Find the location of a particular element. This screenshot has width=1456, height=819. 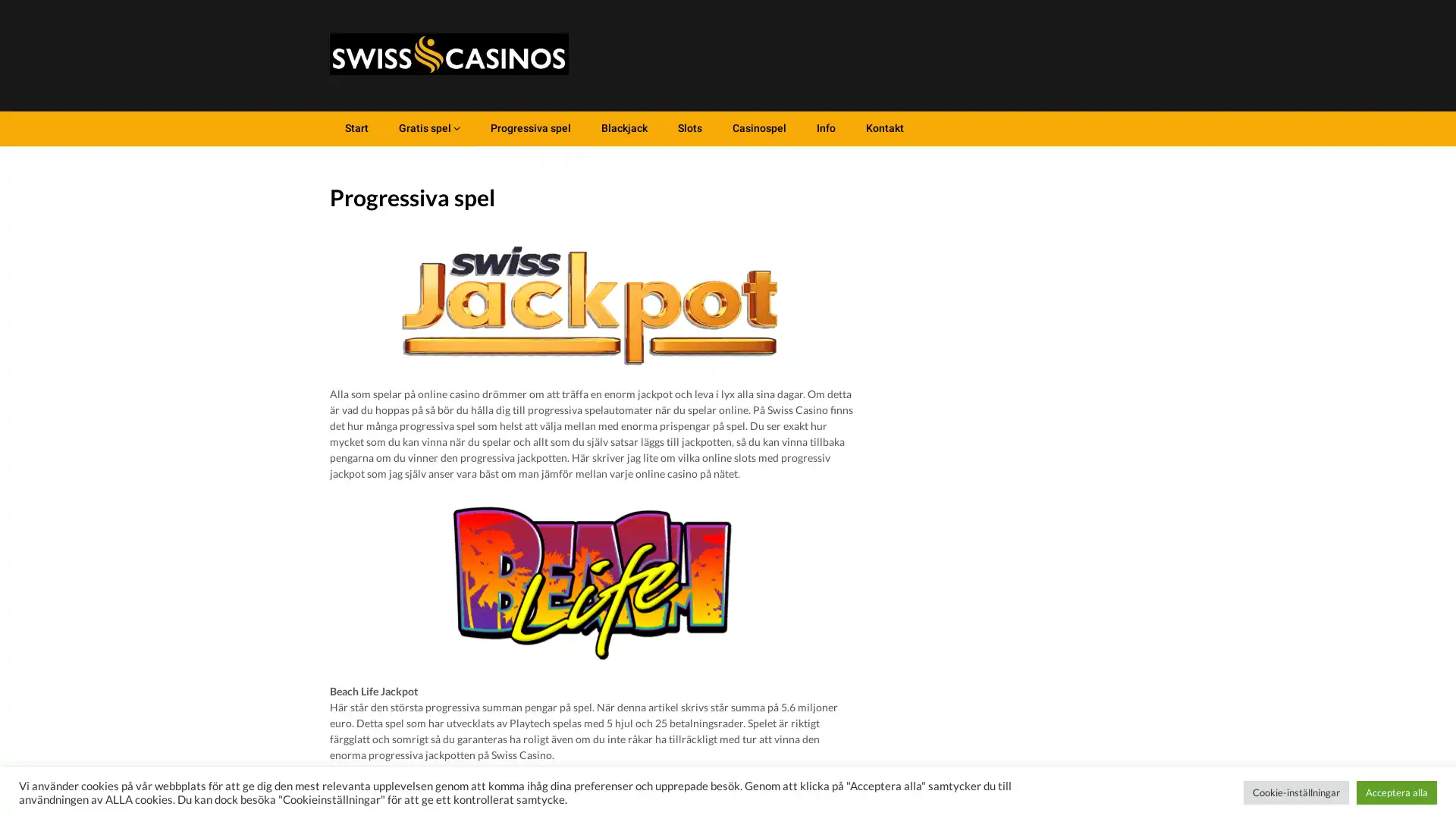

Cookie-installningar is located at coordinates (1295, 792).